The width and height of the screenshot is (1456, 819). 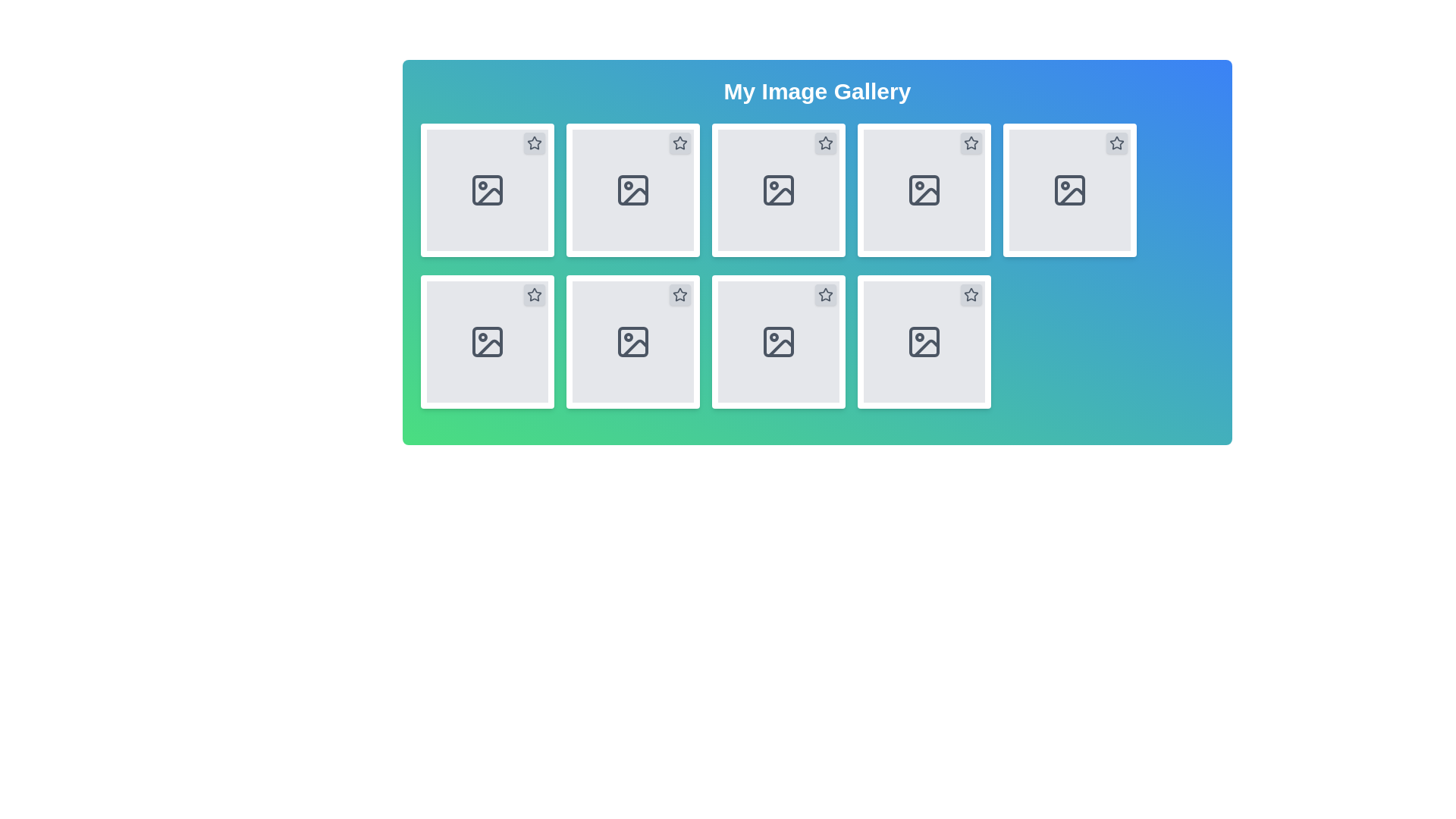 What do you see at coordinates (971, 295) in the screenshot?
I see `the star-shaped icon button located in the top-right corner of the bottom-right card in the image gallery` at bounding box center [971, 295].